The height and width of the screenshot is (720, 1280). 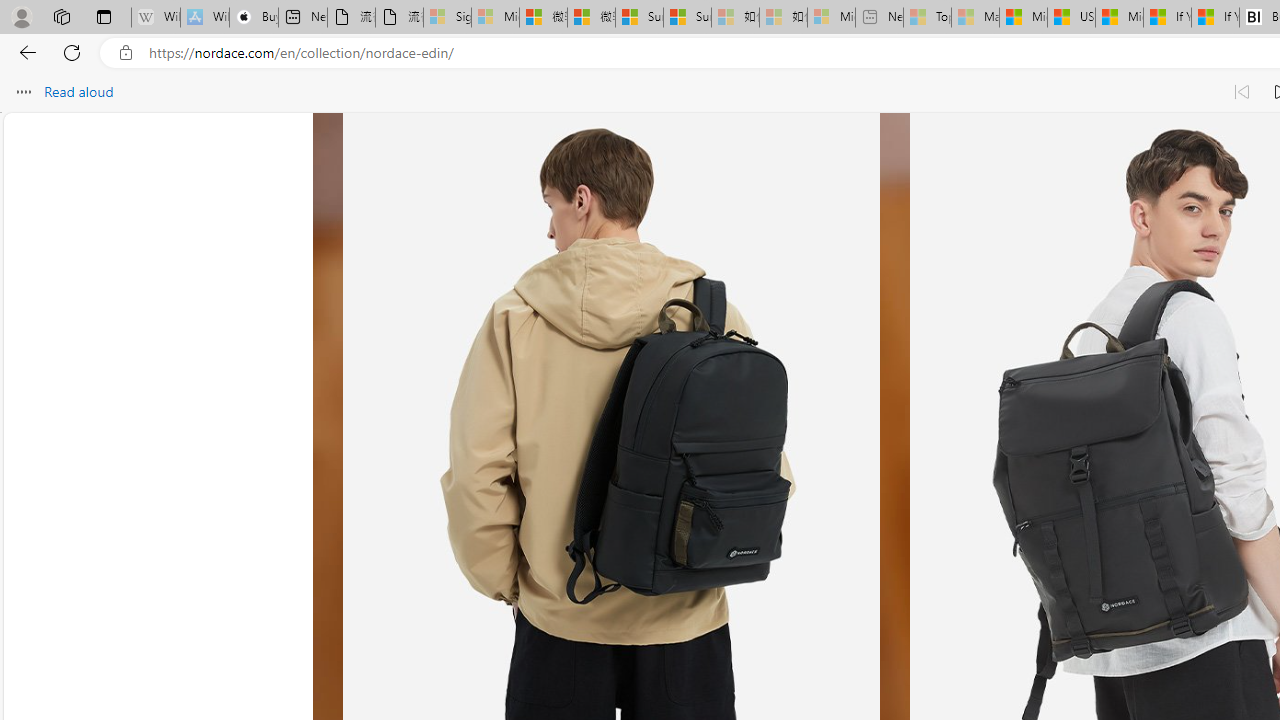 What do you see at coordinates (1118, 17) in the screenshot?
I see `'Microsoft Start'` at bounding box center [1118, 17].